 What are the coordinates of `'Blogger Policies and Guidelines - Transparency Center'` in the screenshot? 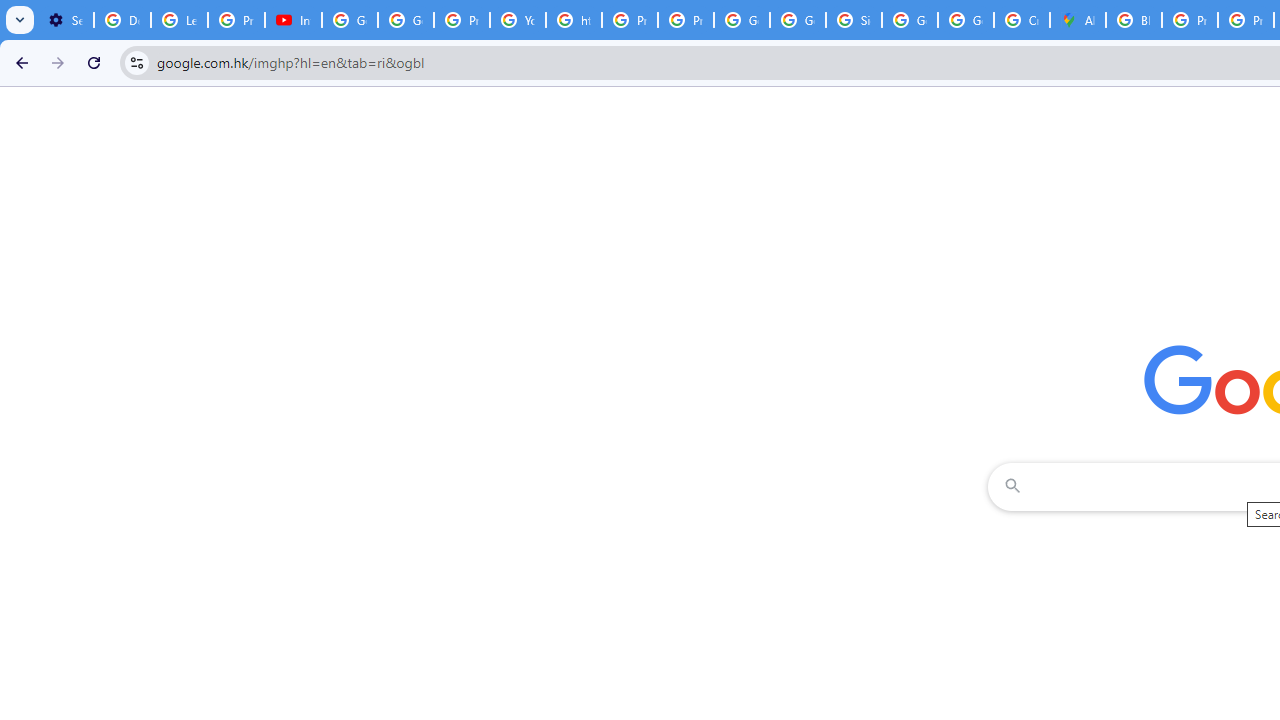 It's located at (1134, 20).